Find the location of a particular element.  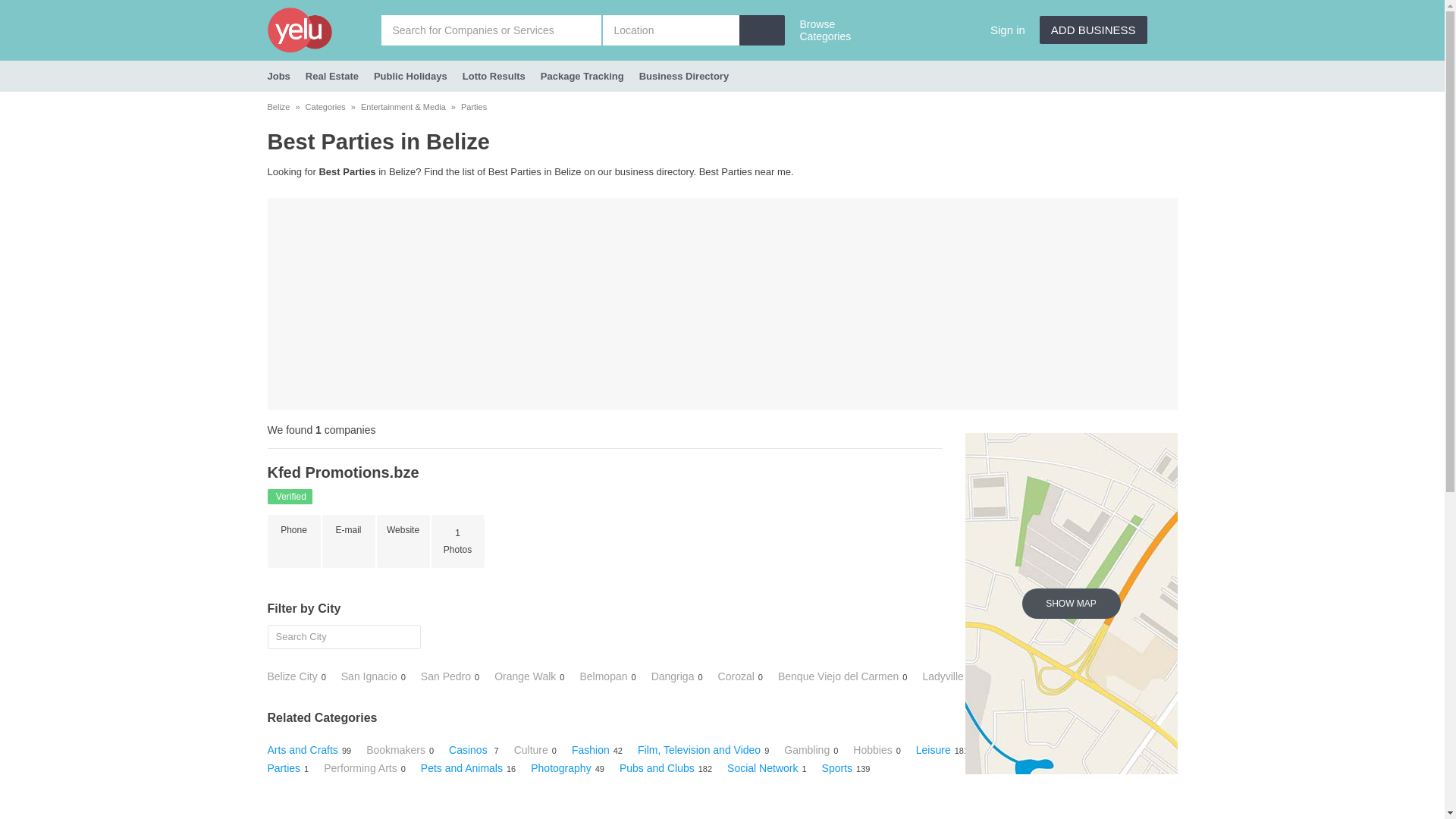

'Sign in' is located at coordinates (1008, 30).